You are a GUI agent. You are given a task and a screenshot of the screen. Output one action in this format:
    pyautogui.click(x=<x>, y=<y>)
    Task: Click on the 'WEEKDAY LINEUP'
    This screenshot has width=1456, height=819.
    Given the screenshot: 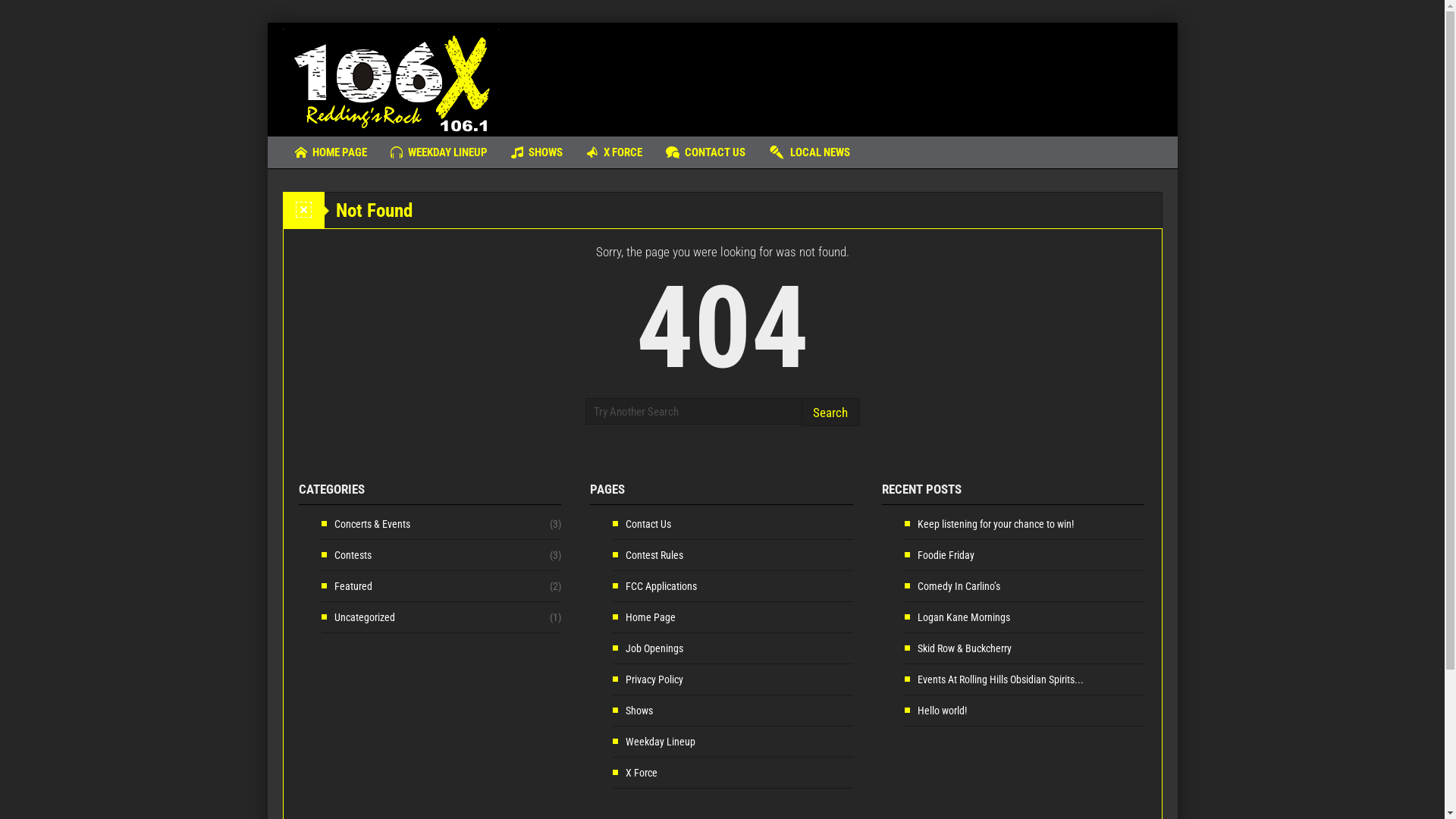 What is the action you would take?
    pyautogui.click(x=378, y=152)
    